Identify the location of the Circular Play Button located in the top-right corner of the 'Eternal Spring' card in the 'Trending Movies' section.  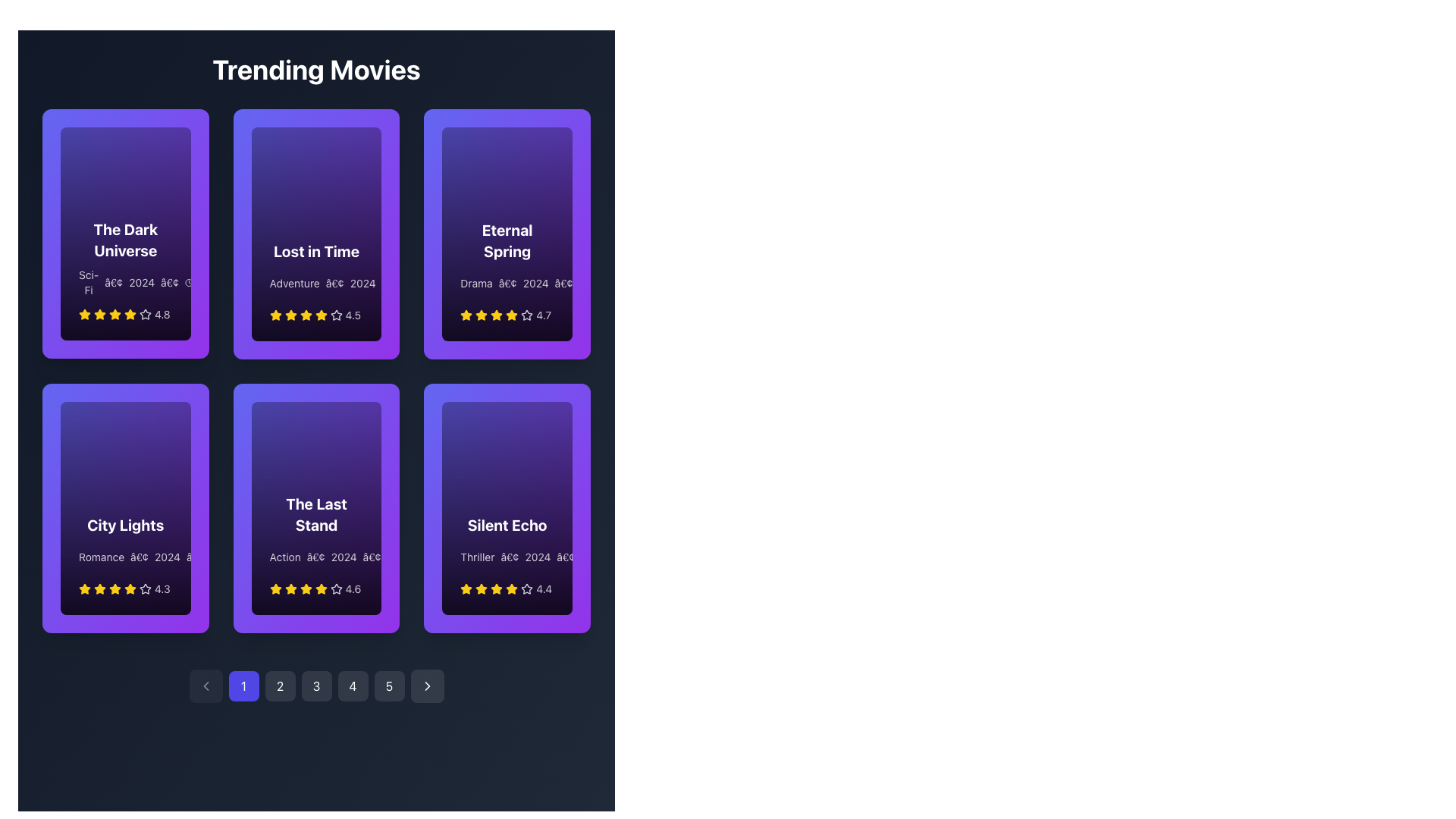
(563, 140).